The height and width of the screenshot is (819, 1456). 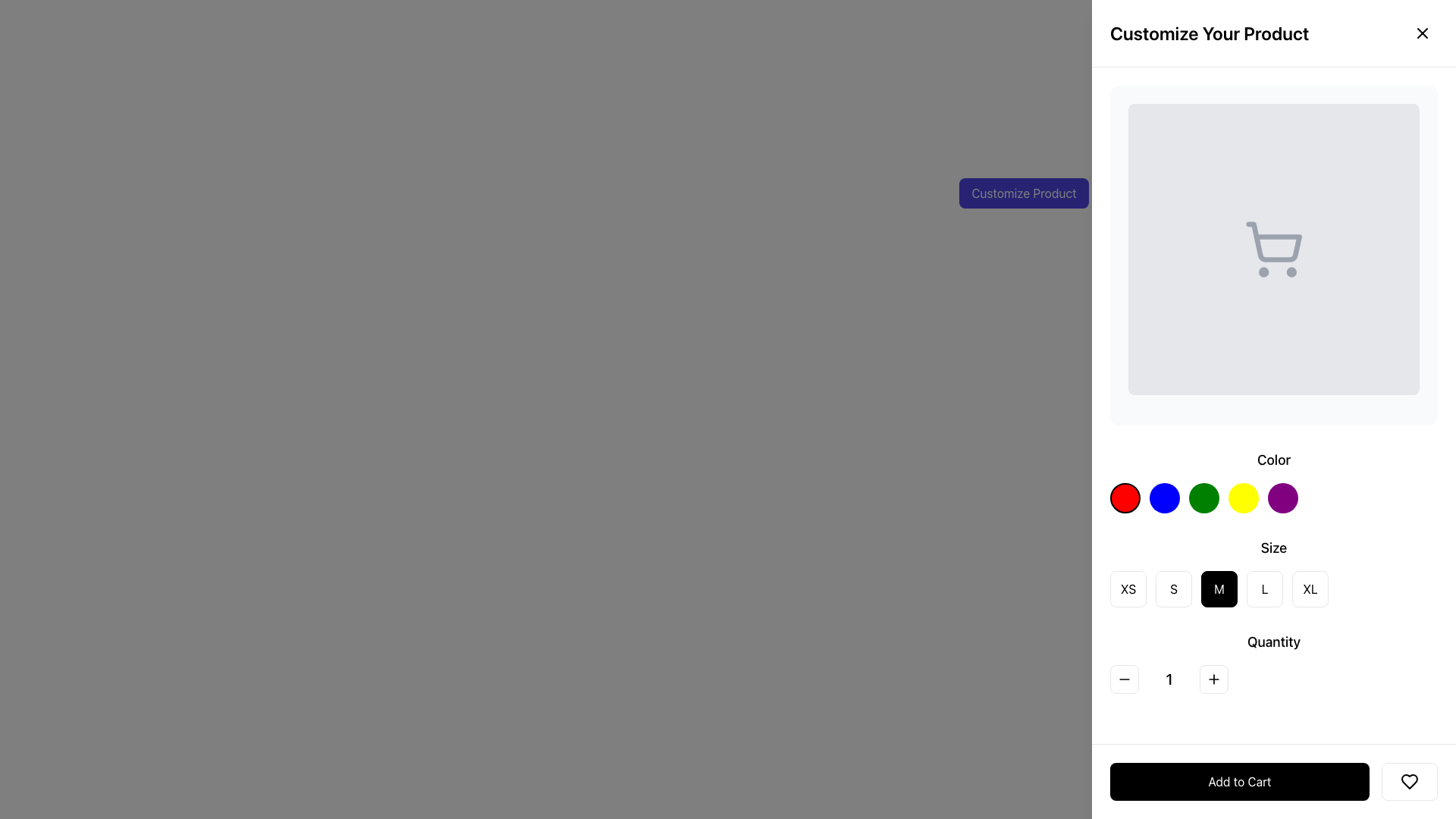 What do you see at coordinates (1125, 497) in the screenshot?
I see `the first circular color selection button for red color customization` at bounding box center [1125, 497].